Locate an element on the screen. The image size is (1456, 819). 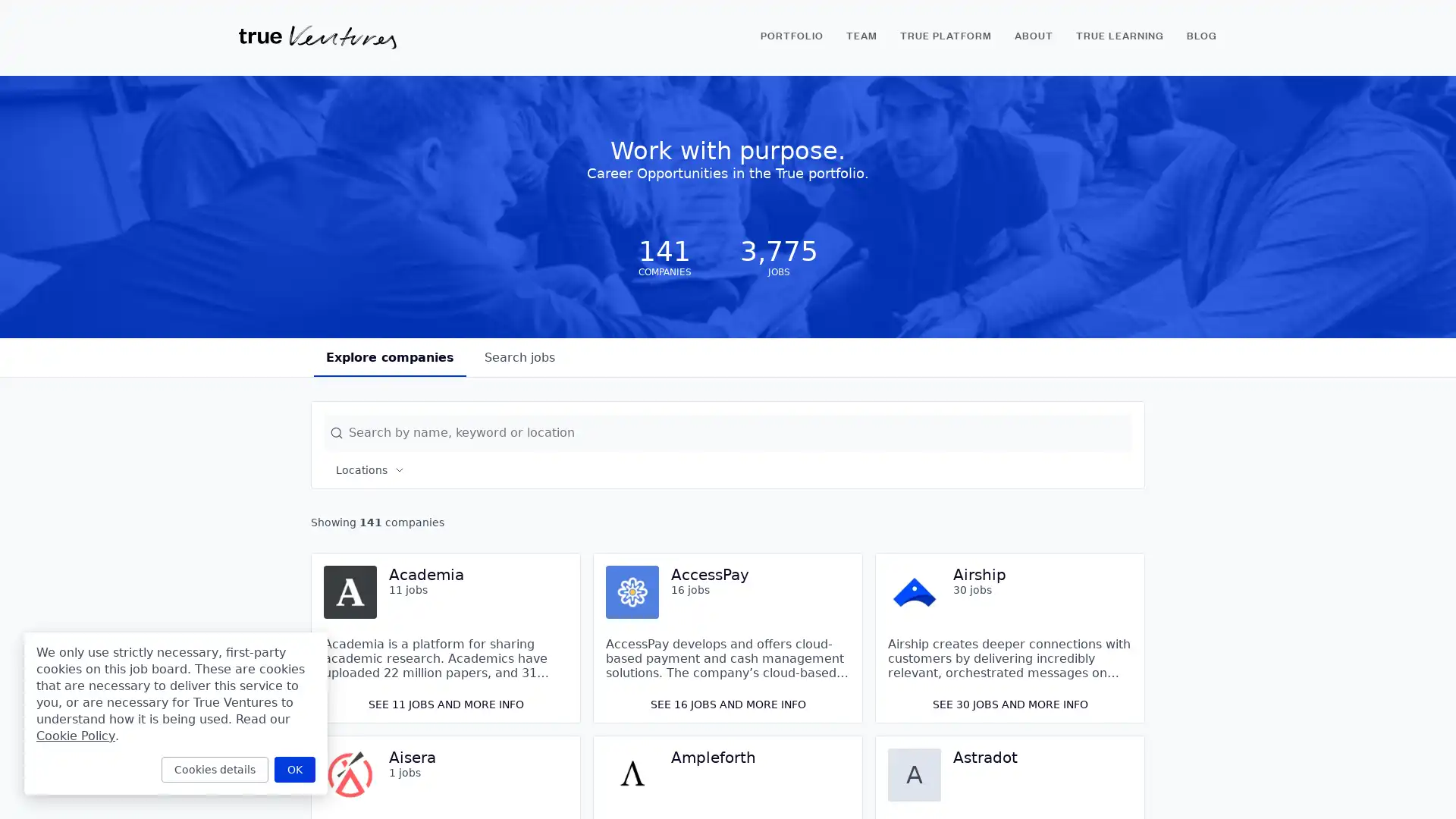
OK is located at coordinates (294, 769).